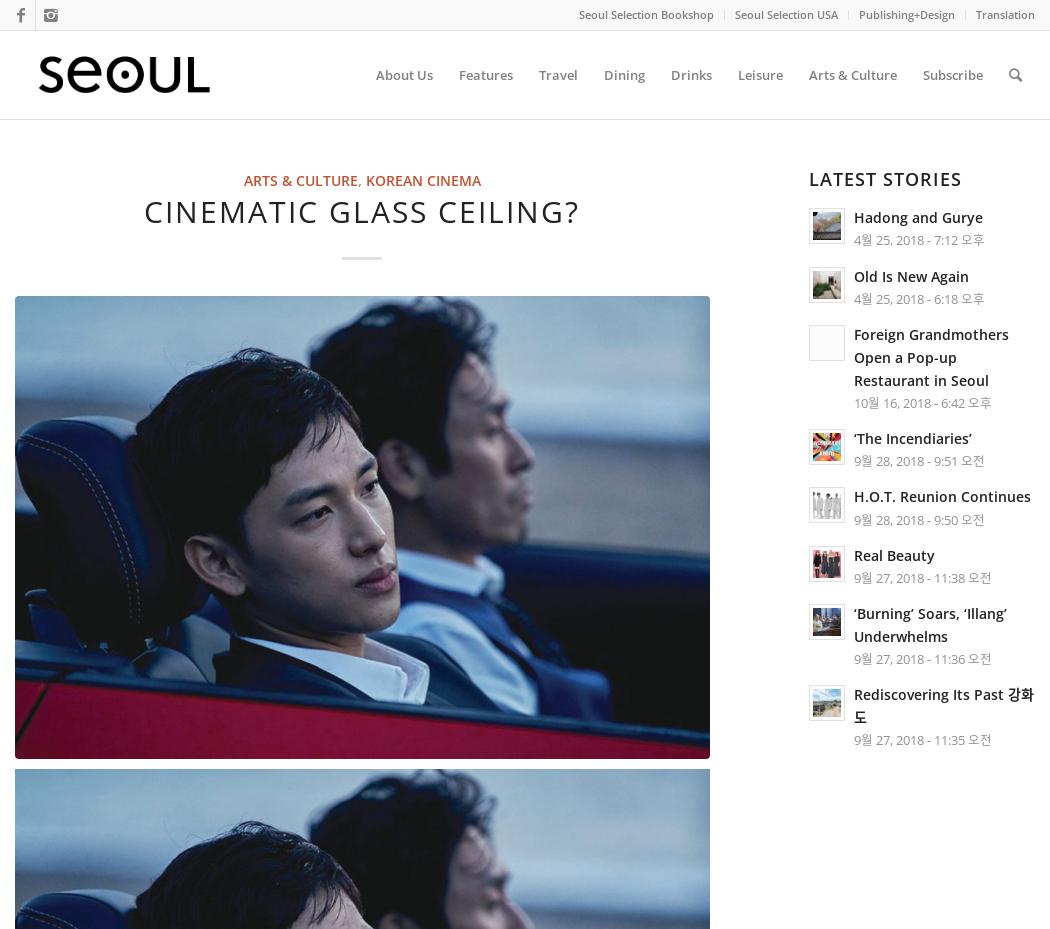 Image resolution: width=1050 pixels, height=929 pixels. I want to click on 'Arts & Culture', so click(298, 180).